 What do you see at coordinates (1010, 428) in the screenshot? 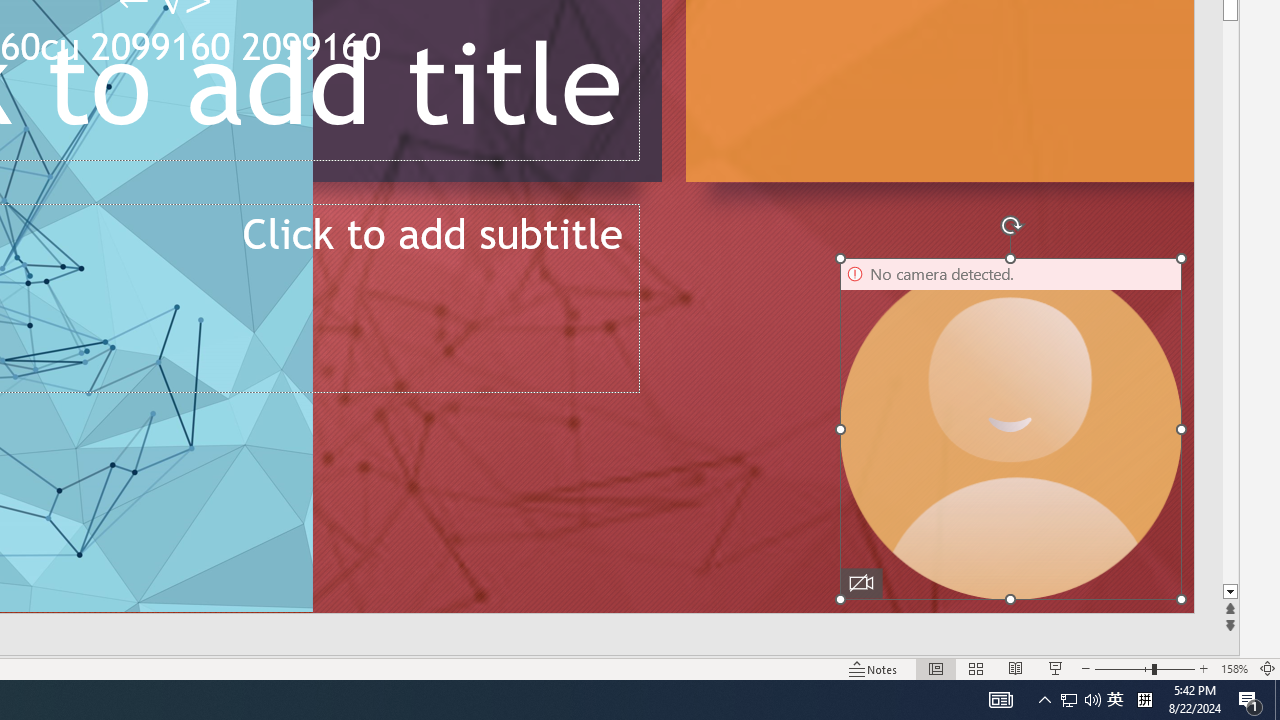
I see `'Camera 16, No camera detected.'` at bounding box center [1010, 428].